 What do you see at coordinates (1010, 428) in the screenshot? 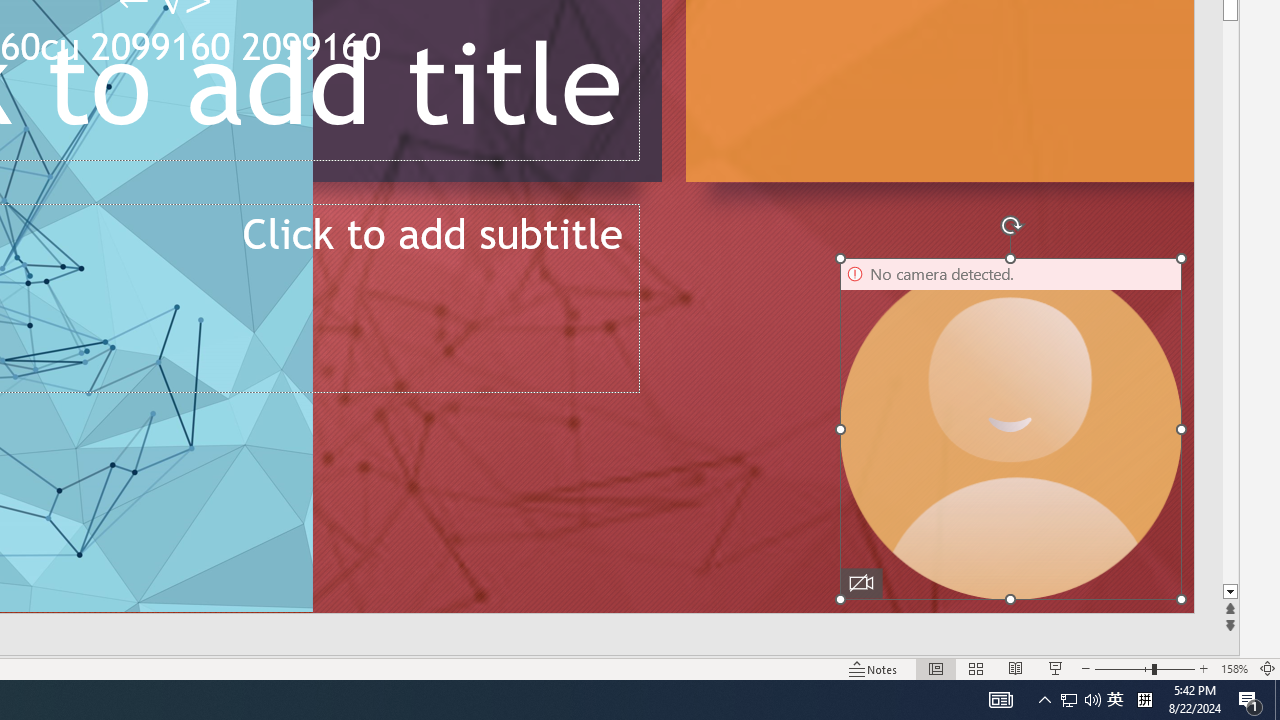
I see `'Camera 16, No camera detected.'` at bounding box center [1010, 428].